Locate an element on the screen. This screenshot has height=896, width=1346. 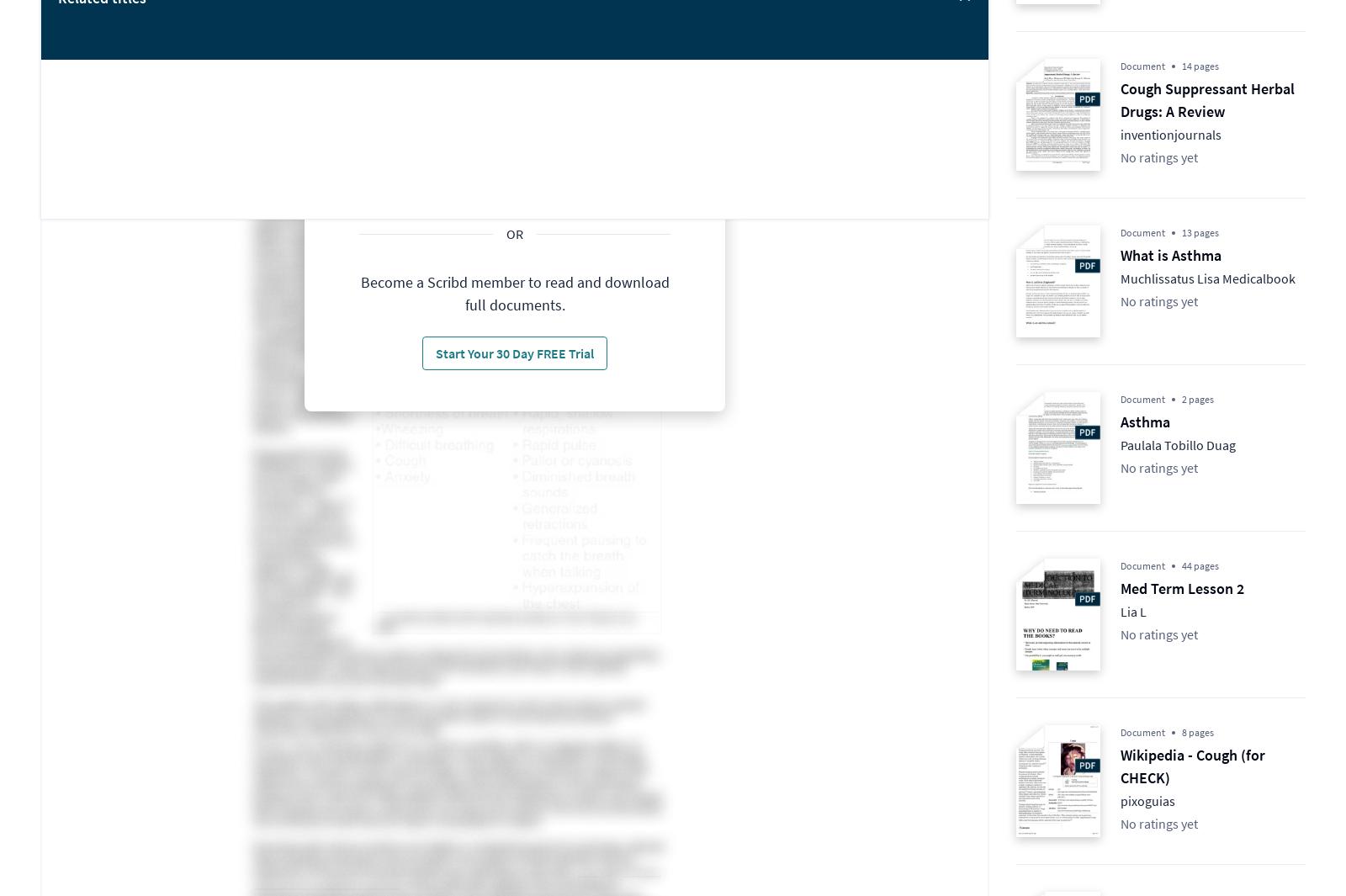
'2 pages' is located at coordinates (1198, 398).